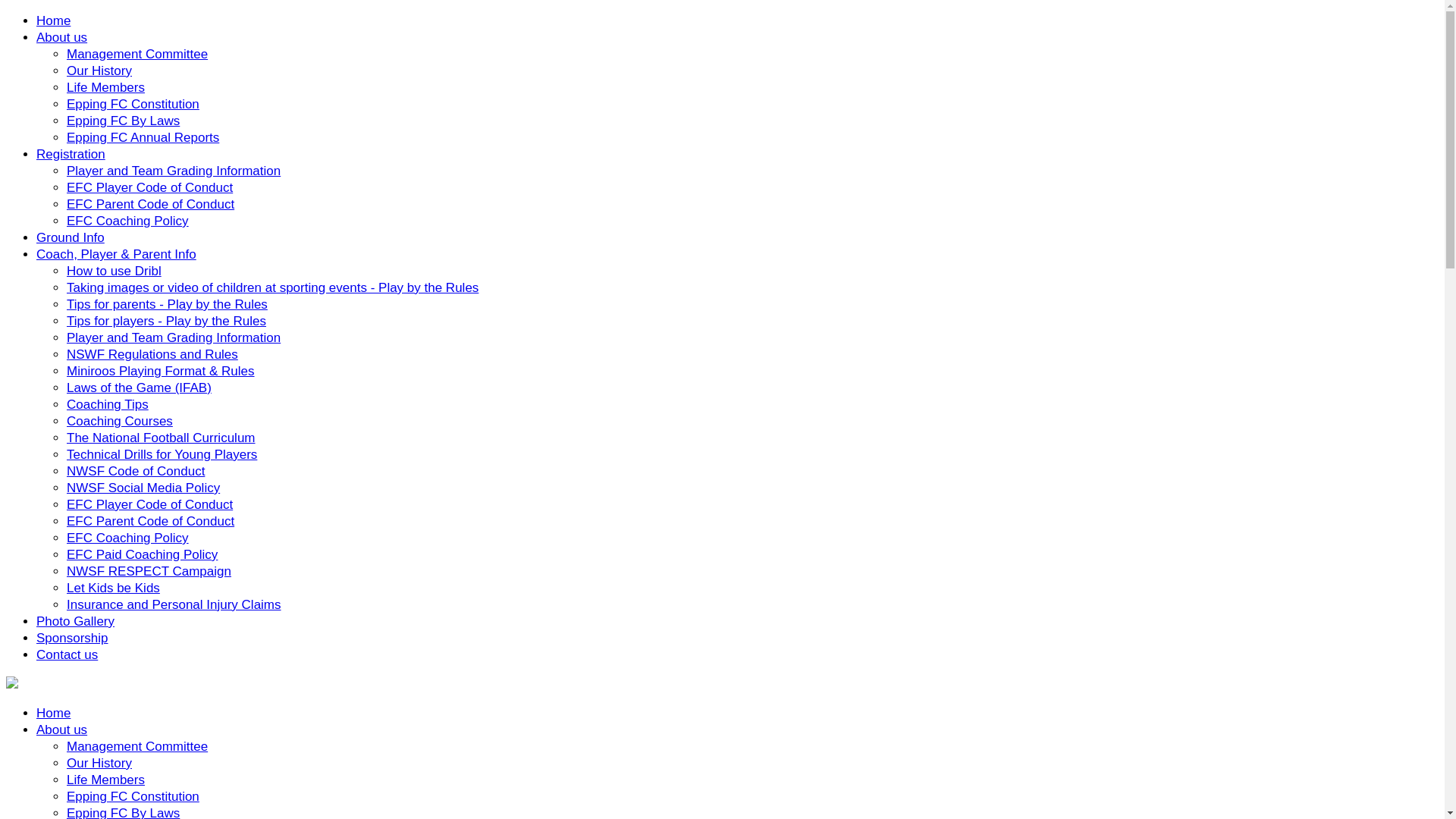 Image resolution: width=1456 pixels, height=819 pixels. What do you see at coordinates (113, 270) in the screenshot?
I see `'How to use Dribl'` at bounding box center [113, 270].